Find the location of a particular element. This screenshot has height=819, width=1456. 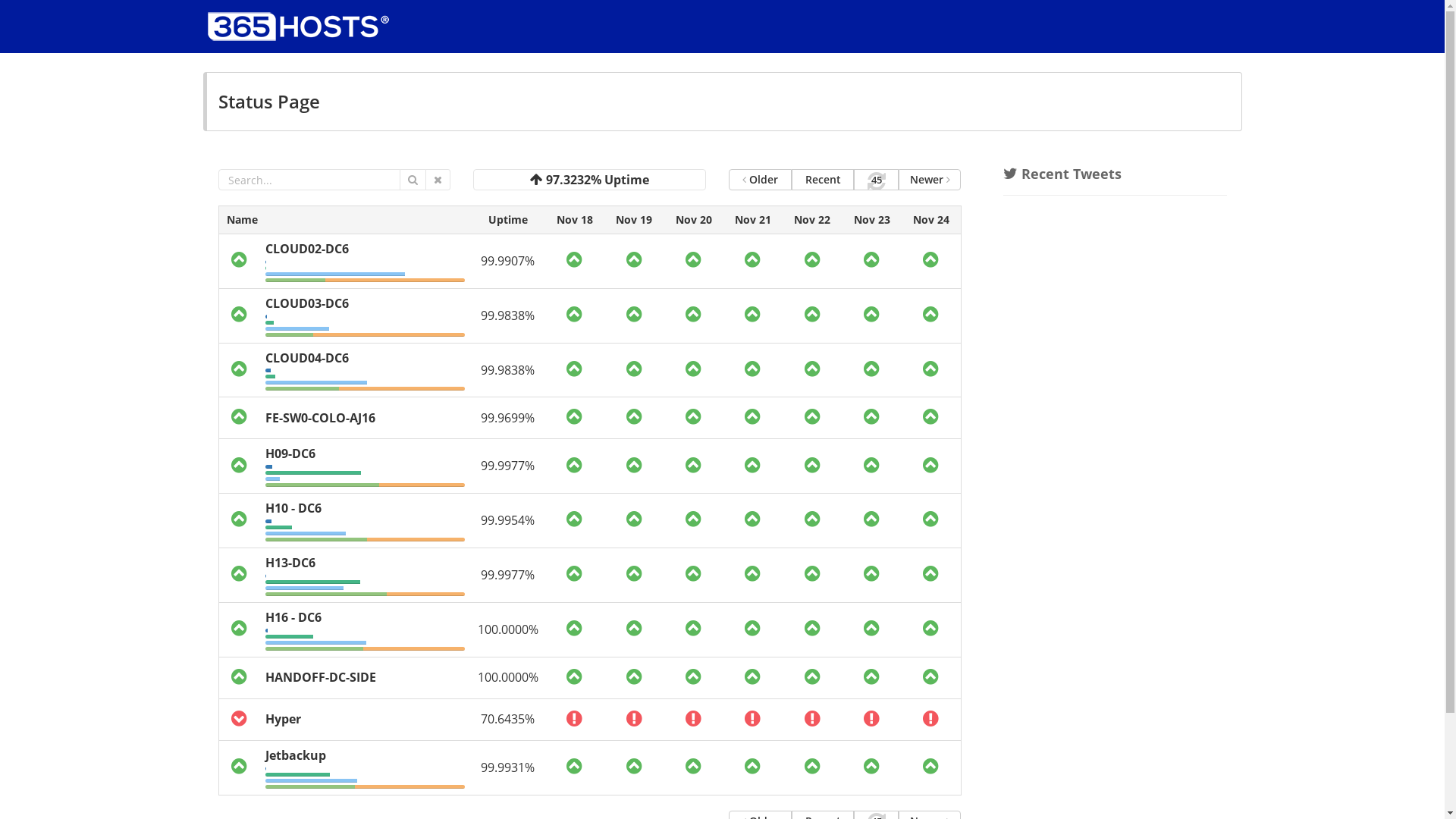

'H09-DC6' is located at coordinates (290, 452).